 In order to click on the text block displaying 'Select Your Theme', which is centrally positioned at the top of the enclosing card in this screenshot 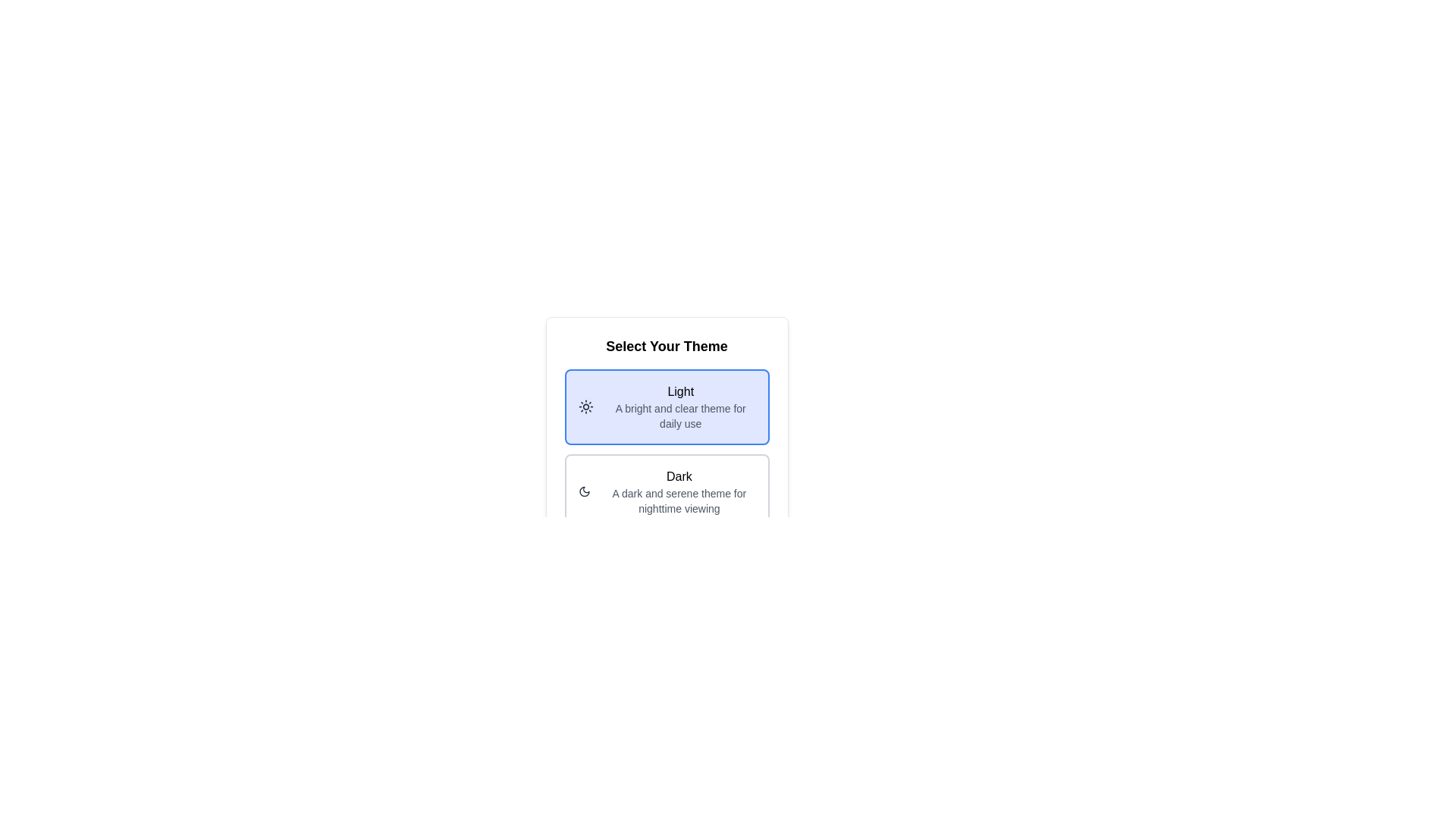, I will do `click(667, 346)`.